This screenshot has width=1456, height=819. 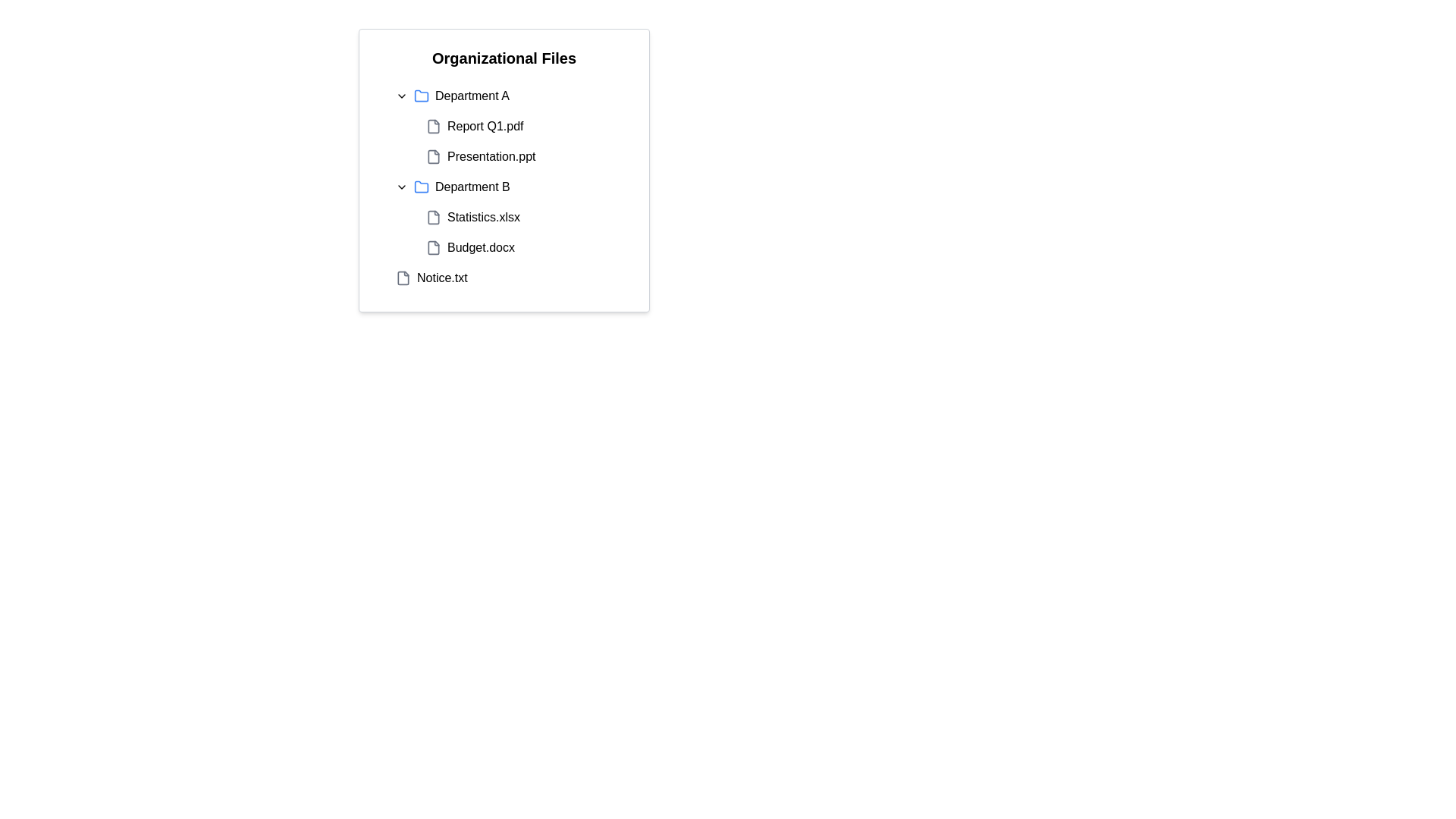 What do you see at coordinates (469, 247) in the screenshot?
I see `the file named 'Budget.docx' from the 'Department B' folder` at bounding box center [469, 247].